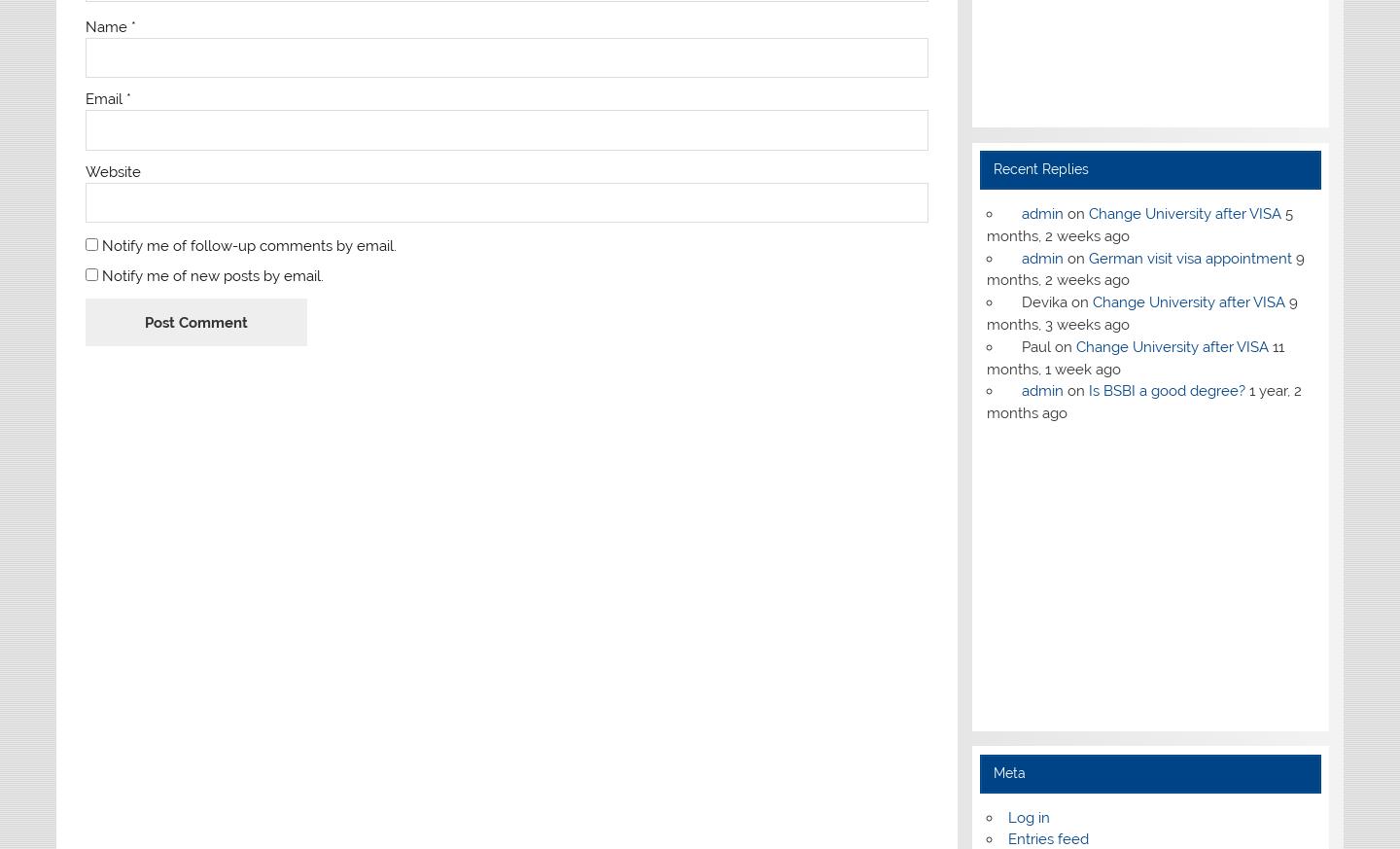 The image size is (1400, 849). Describe the element at coordinates (100, 244) in the screenshot. I see `'Notify me of follow-up comments by email.'` at that location.